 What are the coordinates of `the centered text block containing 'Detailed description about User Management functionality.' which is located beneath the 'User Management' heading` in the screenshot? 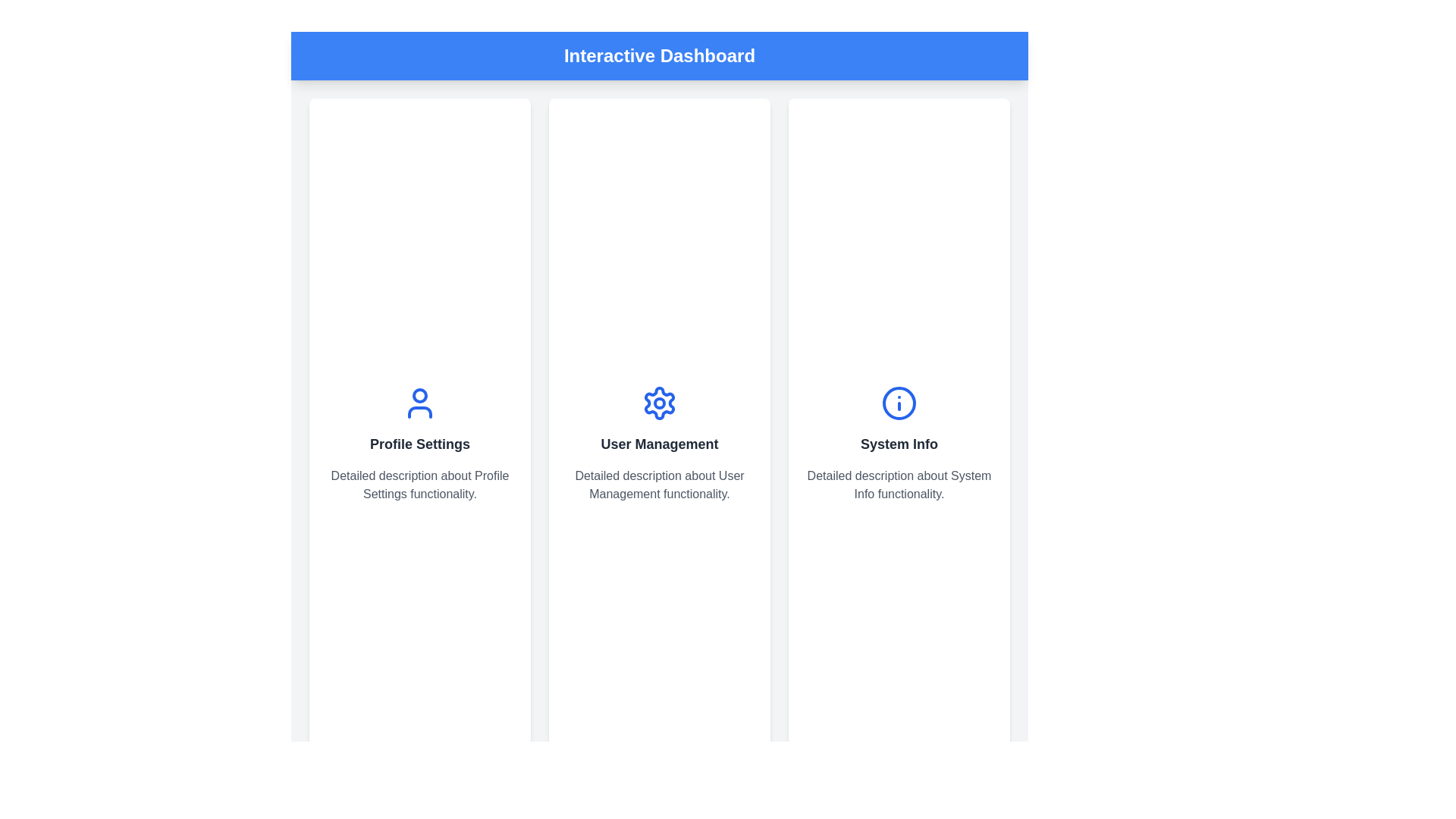 It's located at (659, 485).